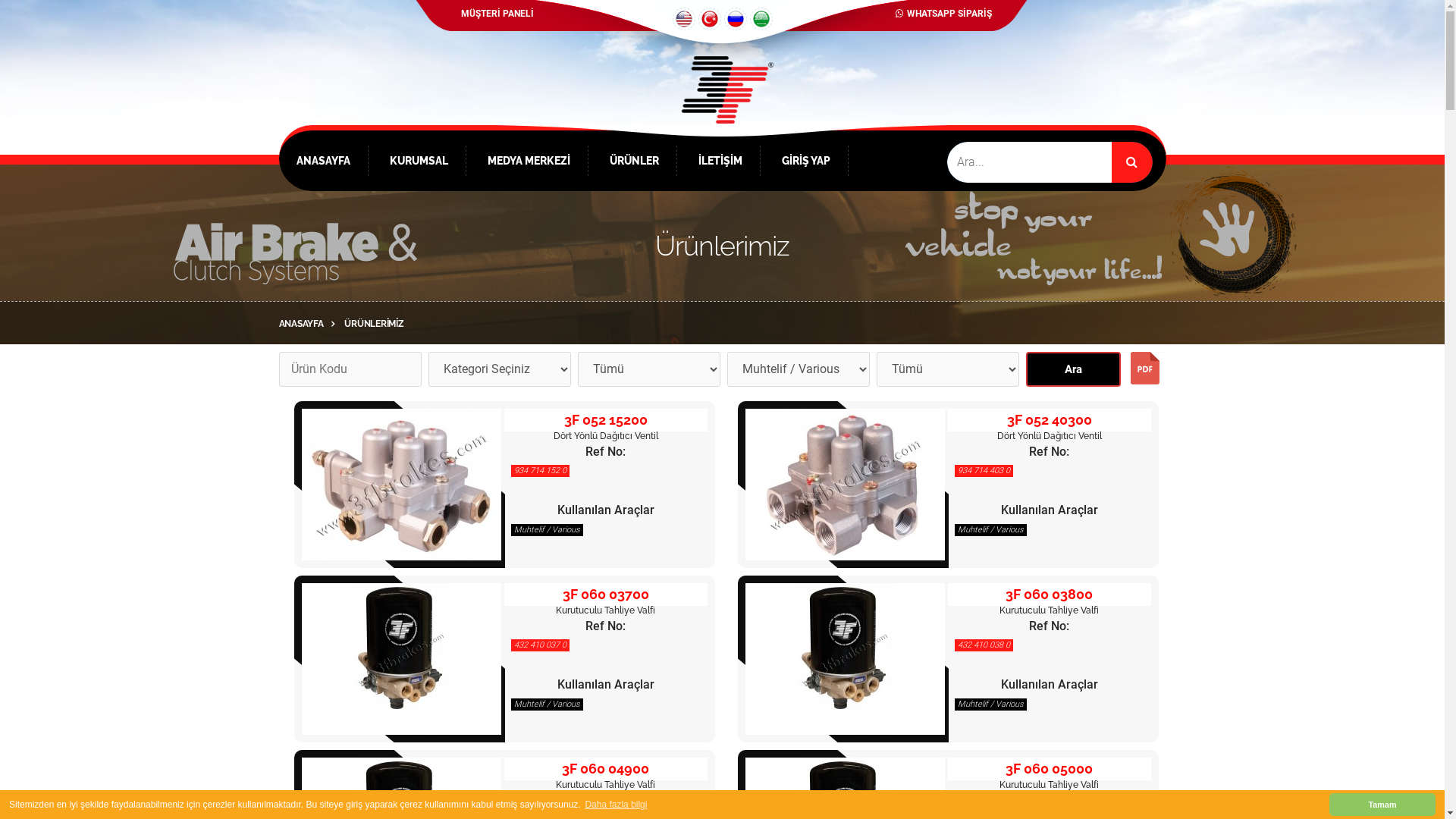 The width and height of the screenshot is (1456, 819). I want to click on 'MEDYA MERKEZI', so click(528, 161).